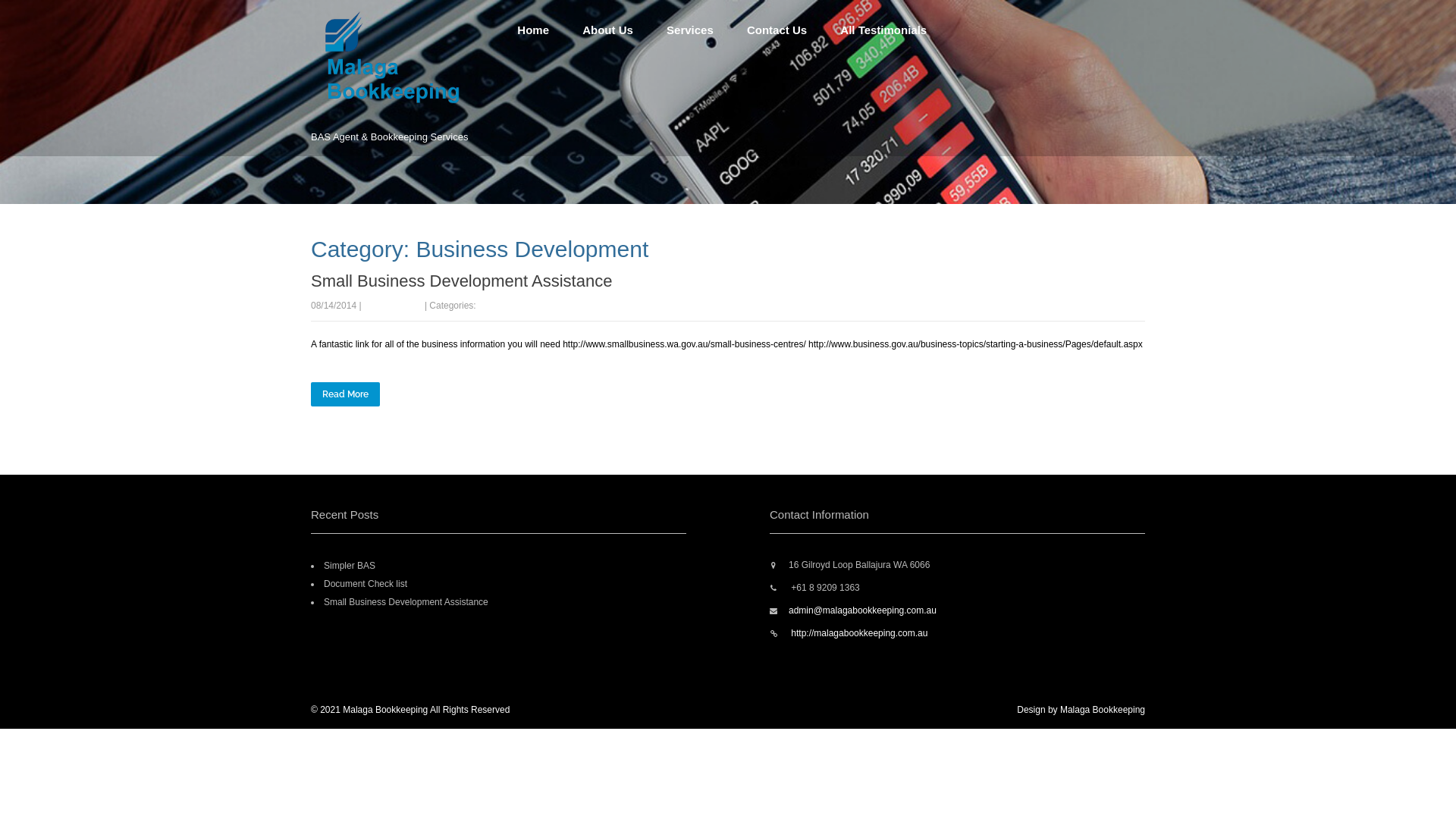 This screenshot has width=1456, height=819. What do you see at coordinates (862, 610) in the screenshot?
I see `'admin@malagabookkeeping.com.au'` at bounding box center [862, 610].